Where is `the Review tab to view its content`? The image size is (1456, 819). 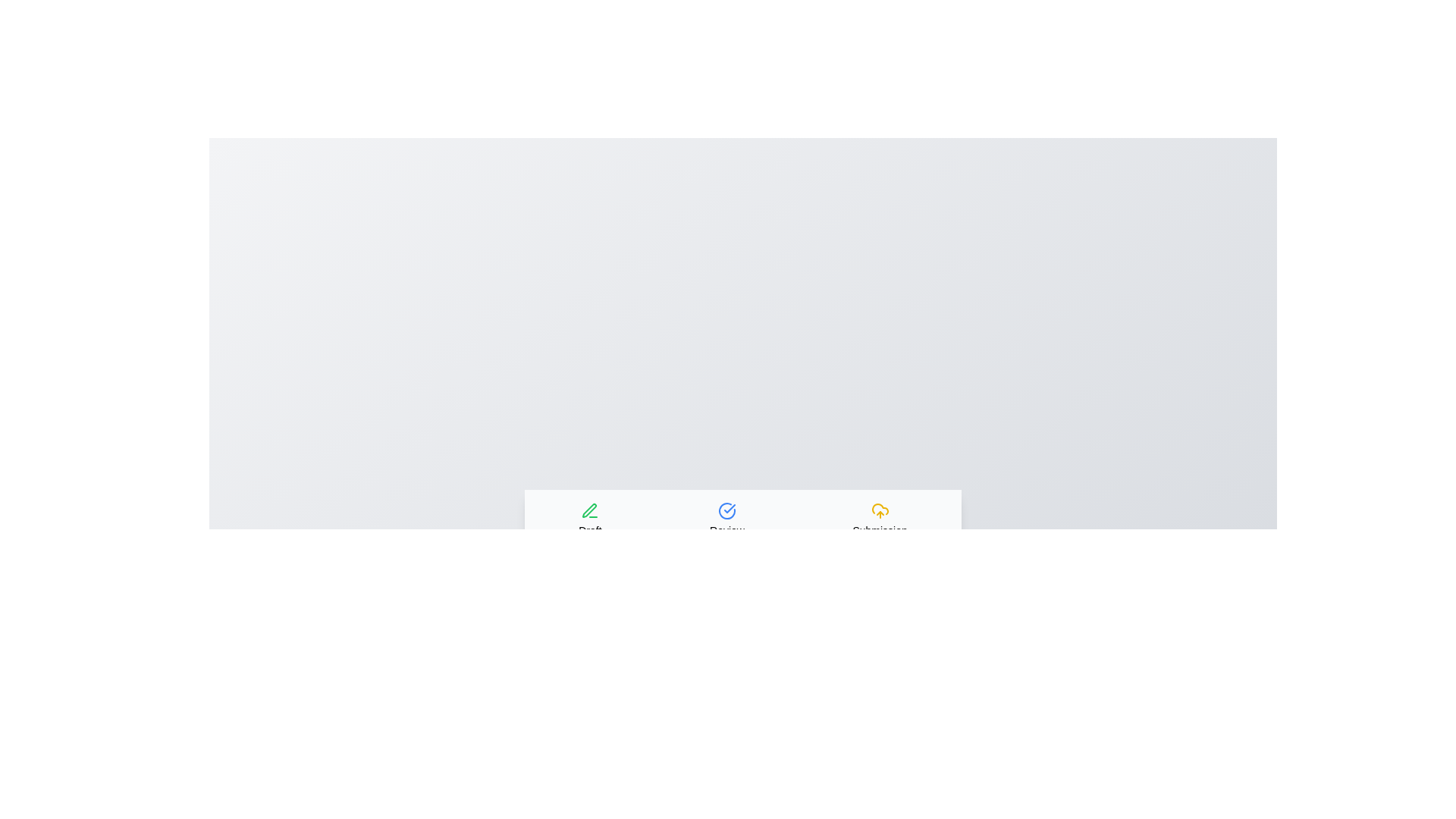
the Review tab to view its content is located at coordinates (726, 519).